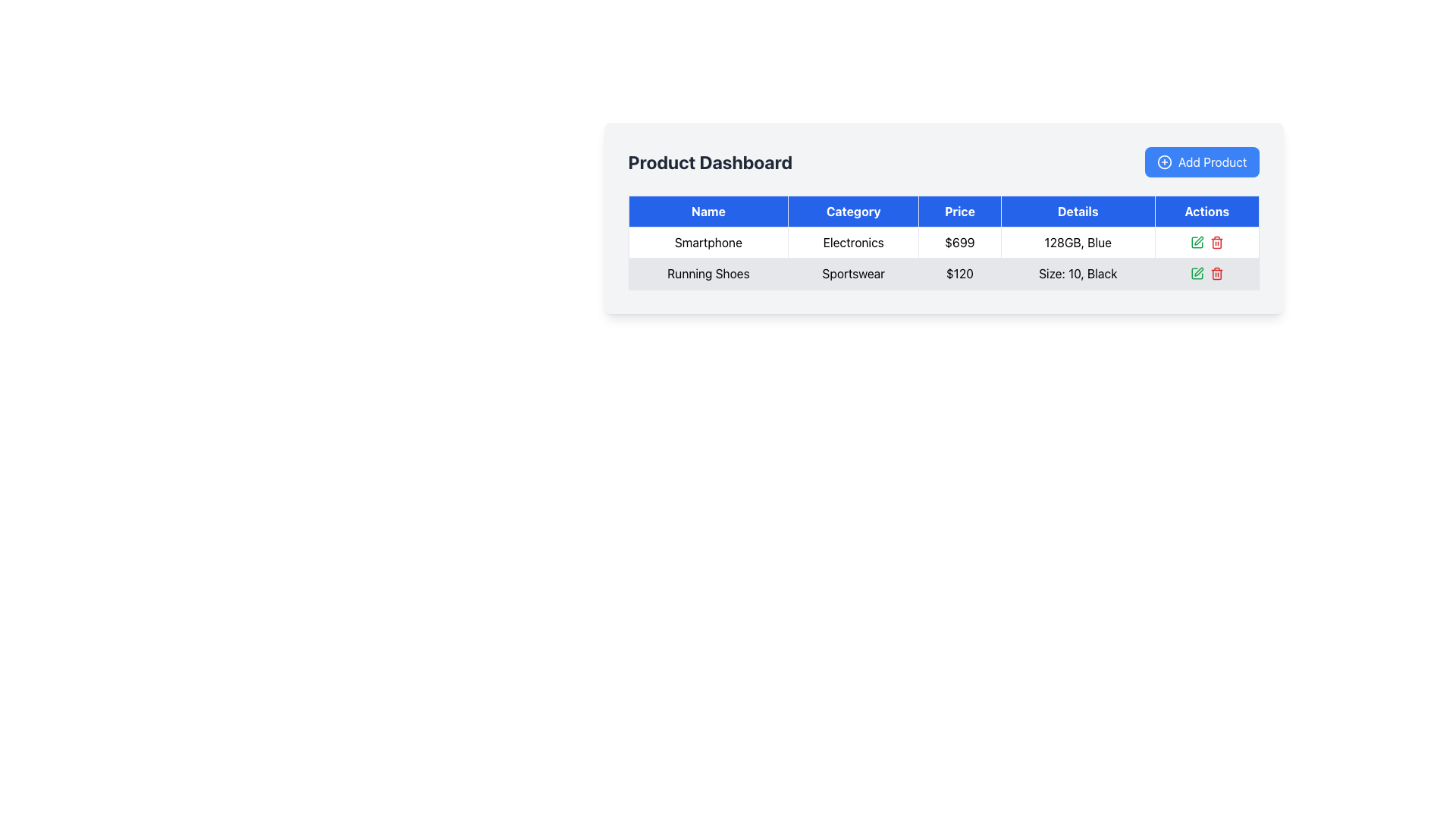 This screenshot has height=819, width=1456. I want to click on the 'Add Product' button with a blue background and a '+' icon, so click(1201, 162).